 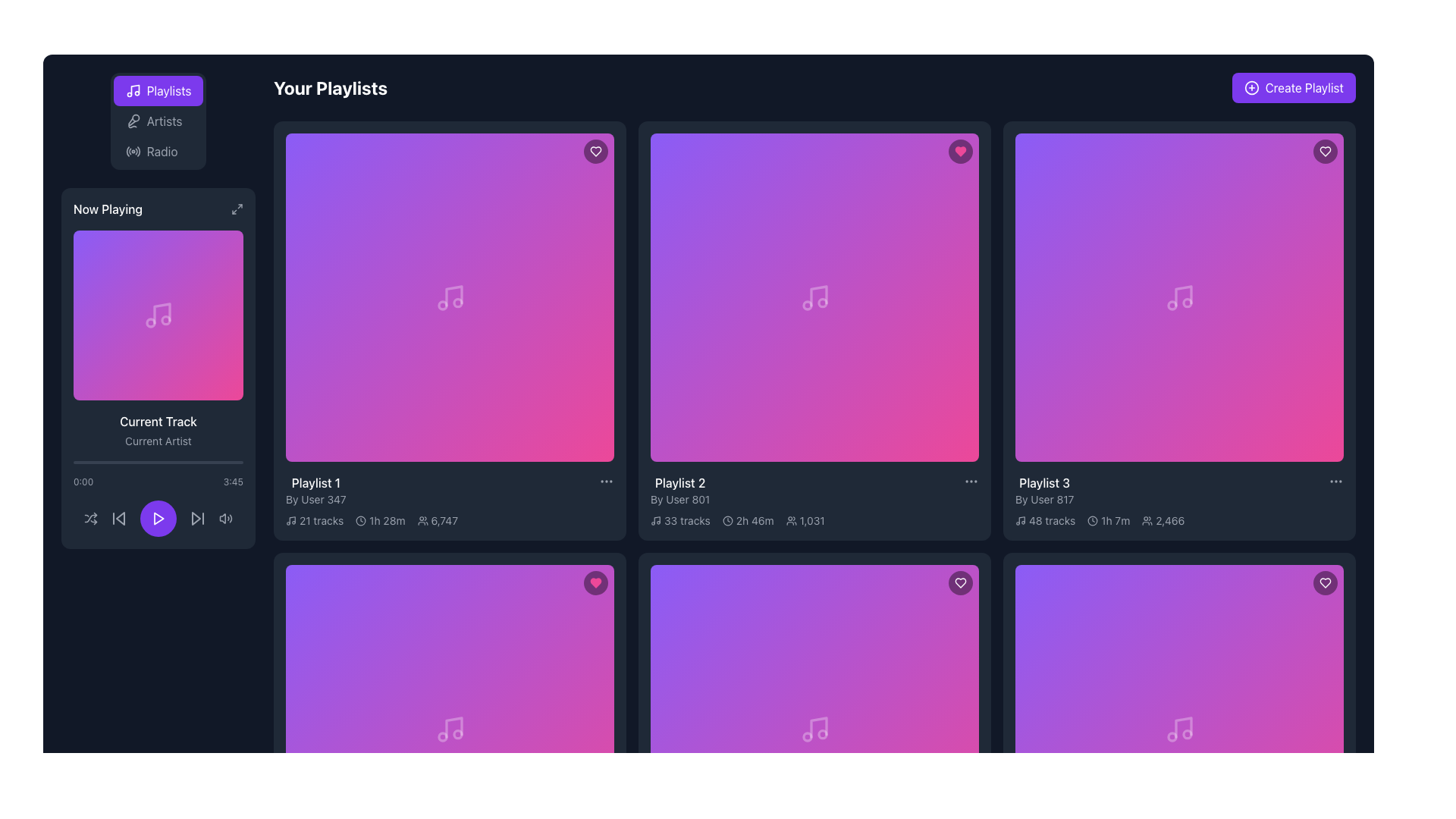 I want to click on the heart-shaped icon with a simplistic outline design located in the top-right corner of the first playlist box in the 'Your Playlists' section, so click(x=595, y=152).